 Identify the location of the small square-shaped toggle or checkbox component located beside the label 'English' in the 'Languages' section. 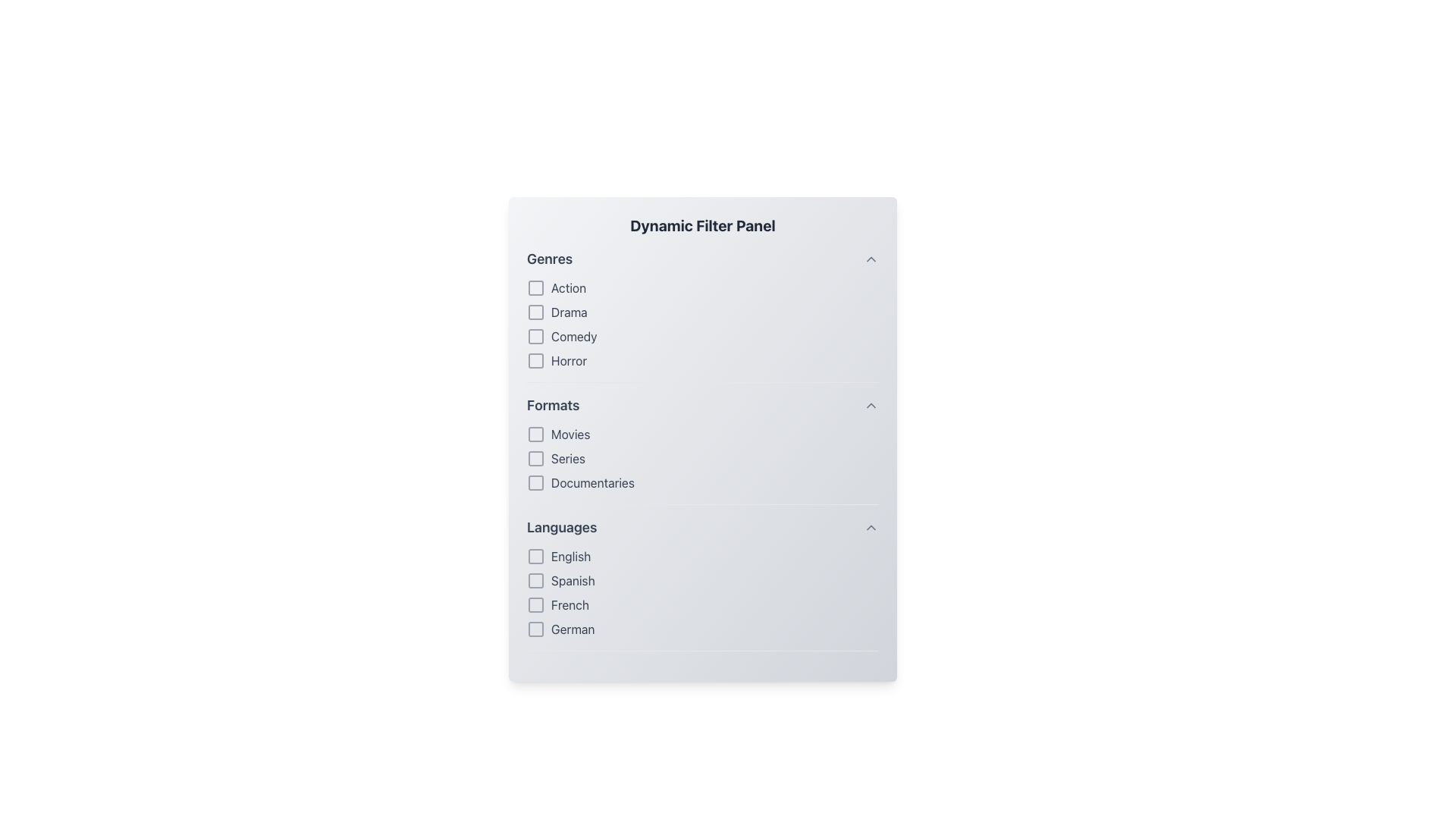
(535, 556).